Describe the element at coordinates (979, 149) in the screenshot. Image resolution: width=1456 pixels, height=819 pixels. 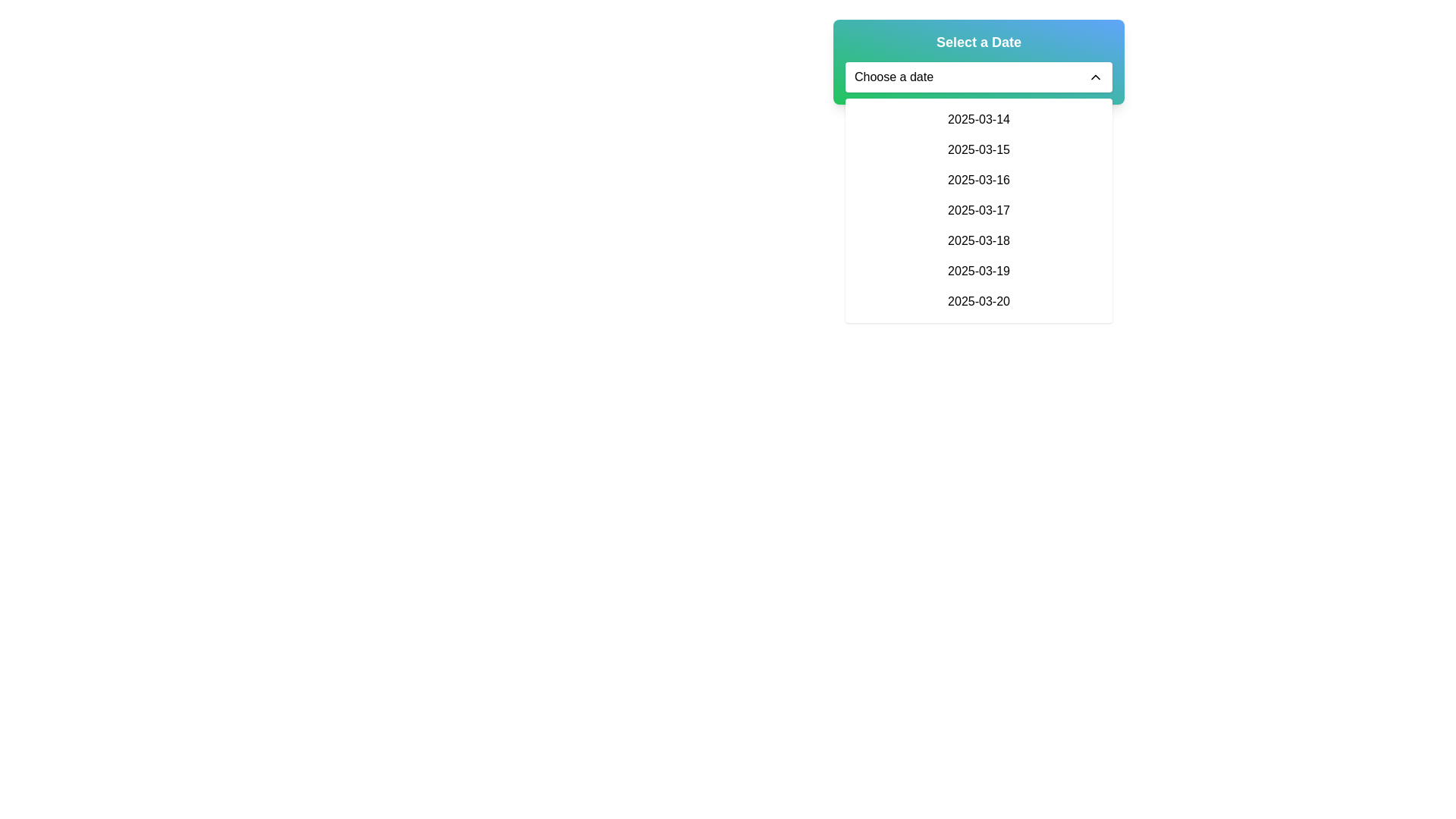
I see `to select the date '2025-03-15' from the dropdown list of dates, which is the second option in the list` at that location.